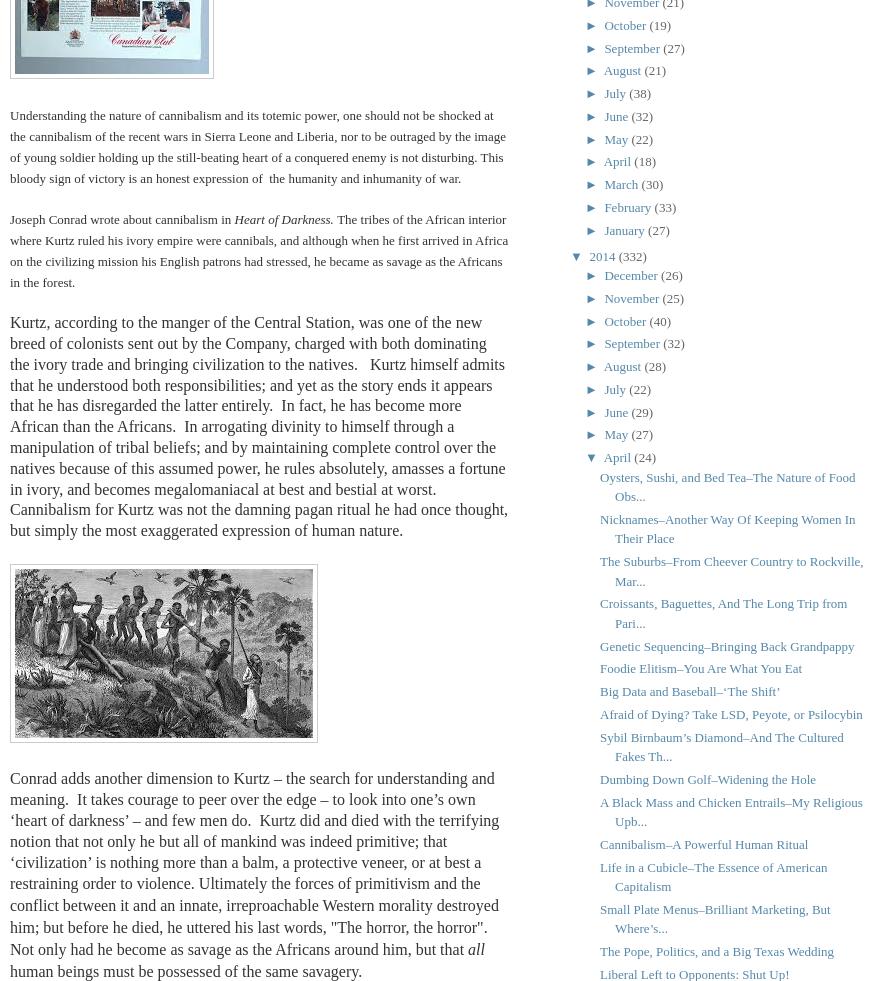 Image resolution: width=880 pixels, height=981 pixels. Describe the element at coordinates (634, 160) in the screenshot. I see `'(18)'` at that location.